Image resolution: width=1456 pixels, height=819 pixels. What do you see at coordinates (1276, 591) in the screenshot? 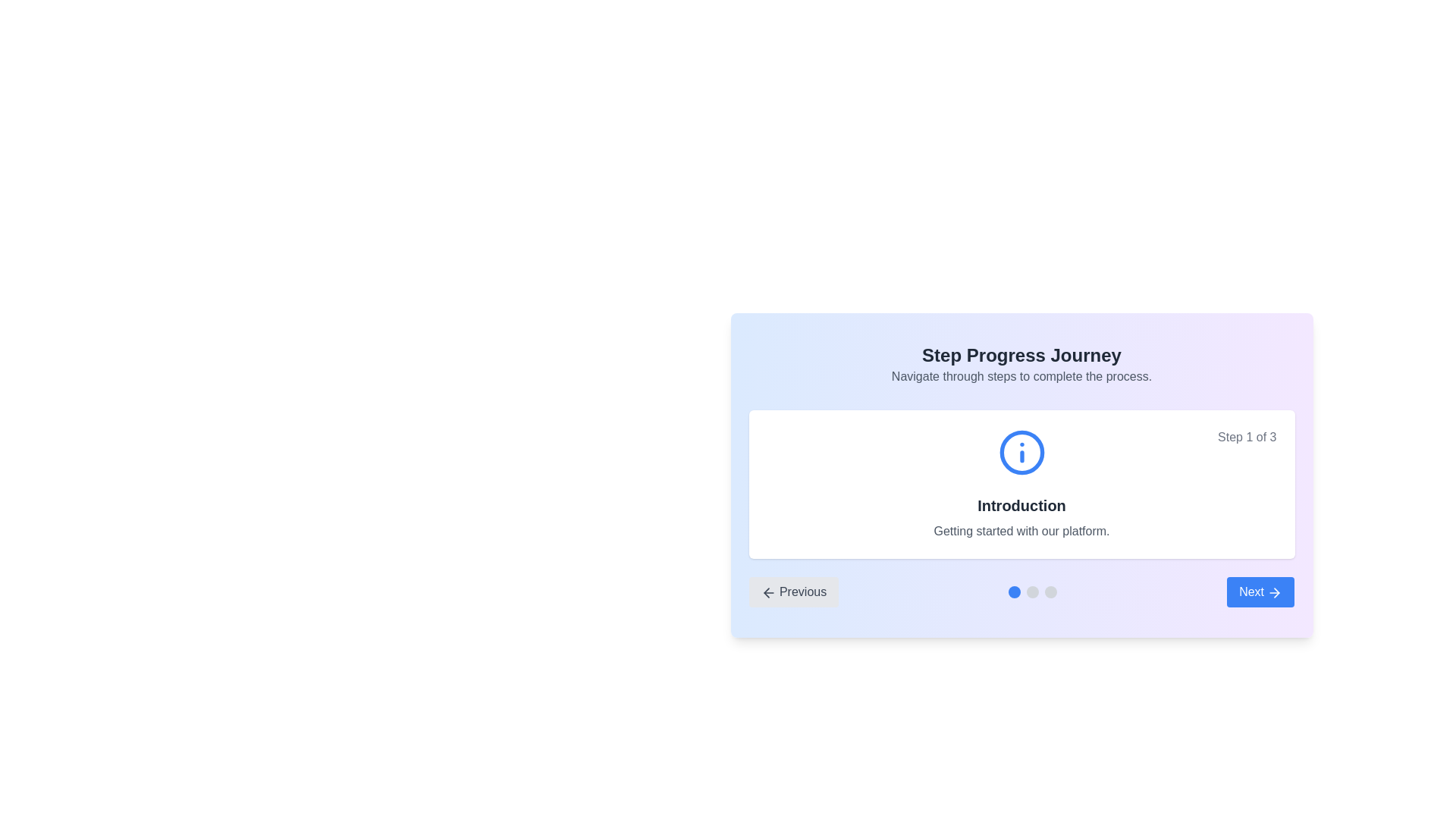
I see `the icon located within the 'Next' button in the bottom-right corner of the step-progress interface, which serves as a visual indicator for the next step in the navigation sequence` at bounding box center [1276, 591].